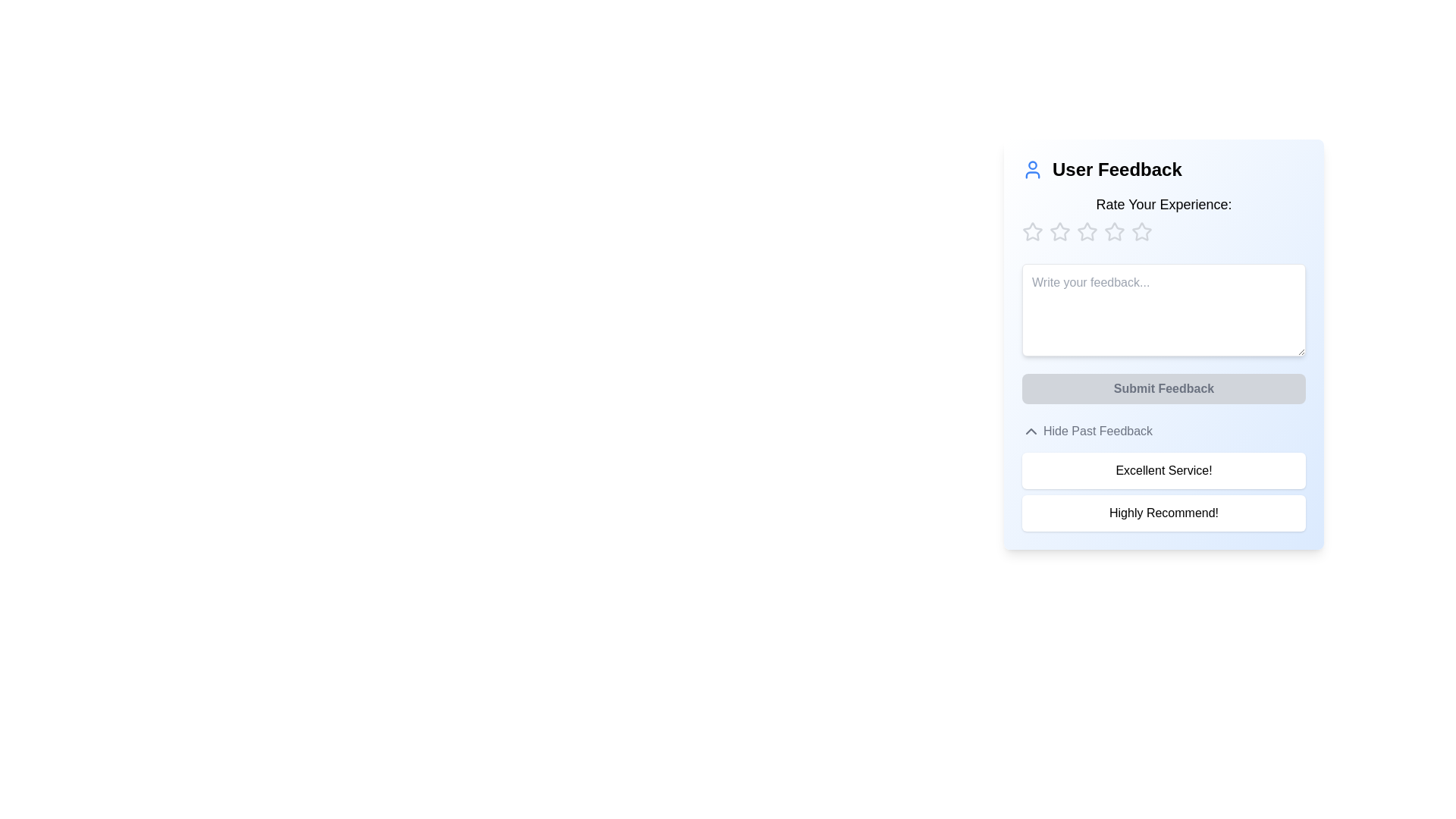 The height and width of the screenshot is (819, 1456). What do you see at coordinates (1163, 169) in the screenshot?
I see `the 'User Feedback' label, which displays the text in bold with a person outline icon in blue to its left, located at the top of the feedback form` at bounding box center [1163, 169].